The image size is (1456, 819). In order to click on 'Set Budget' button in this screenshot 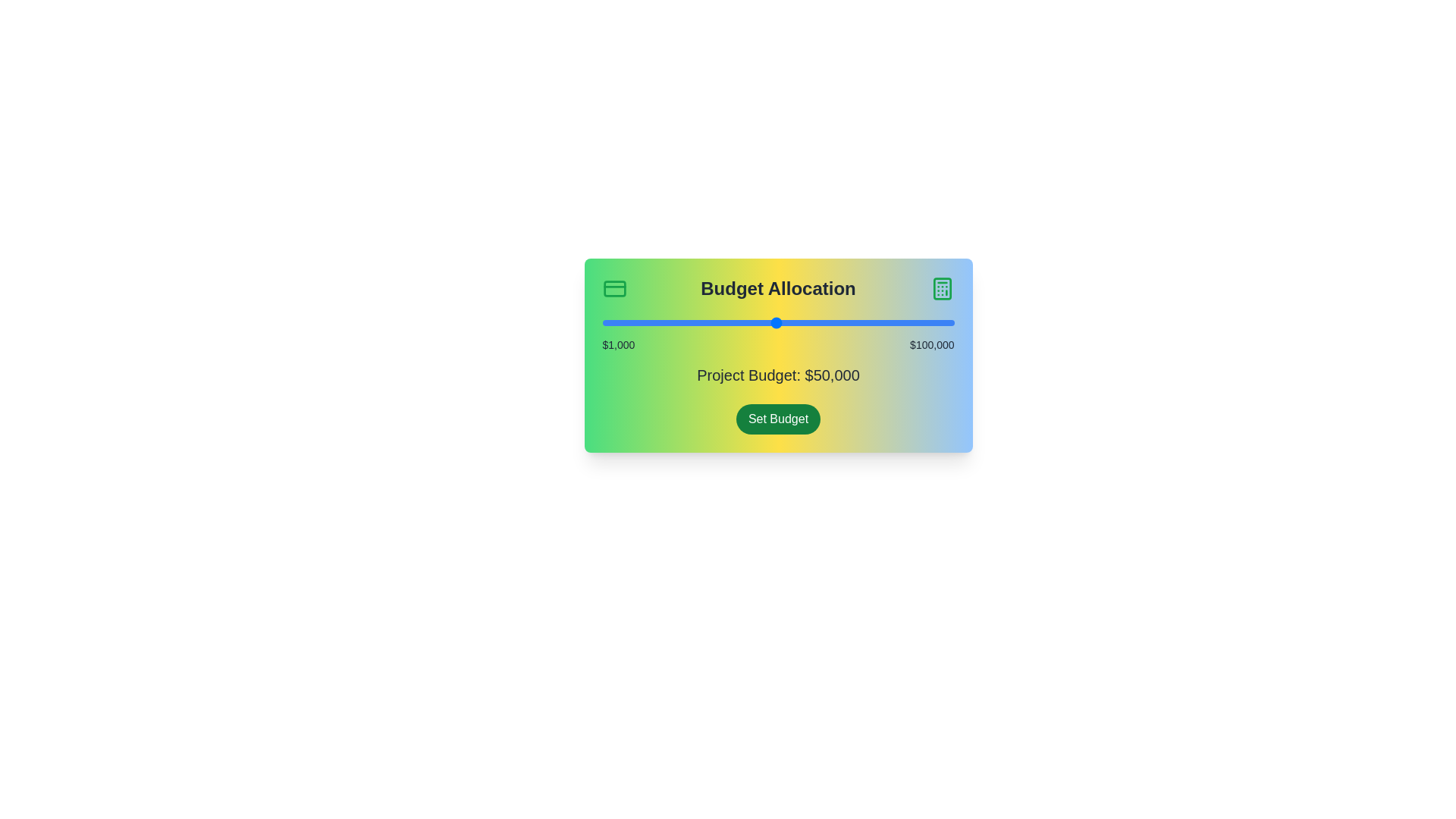, I will do `click(778, 419)`.